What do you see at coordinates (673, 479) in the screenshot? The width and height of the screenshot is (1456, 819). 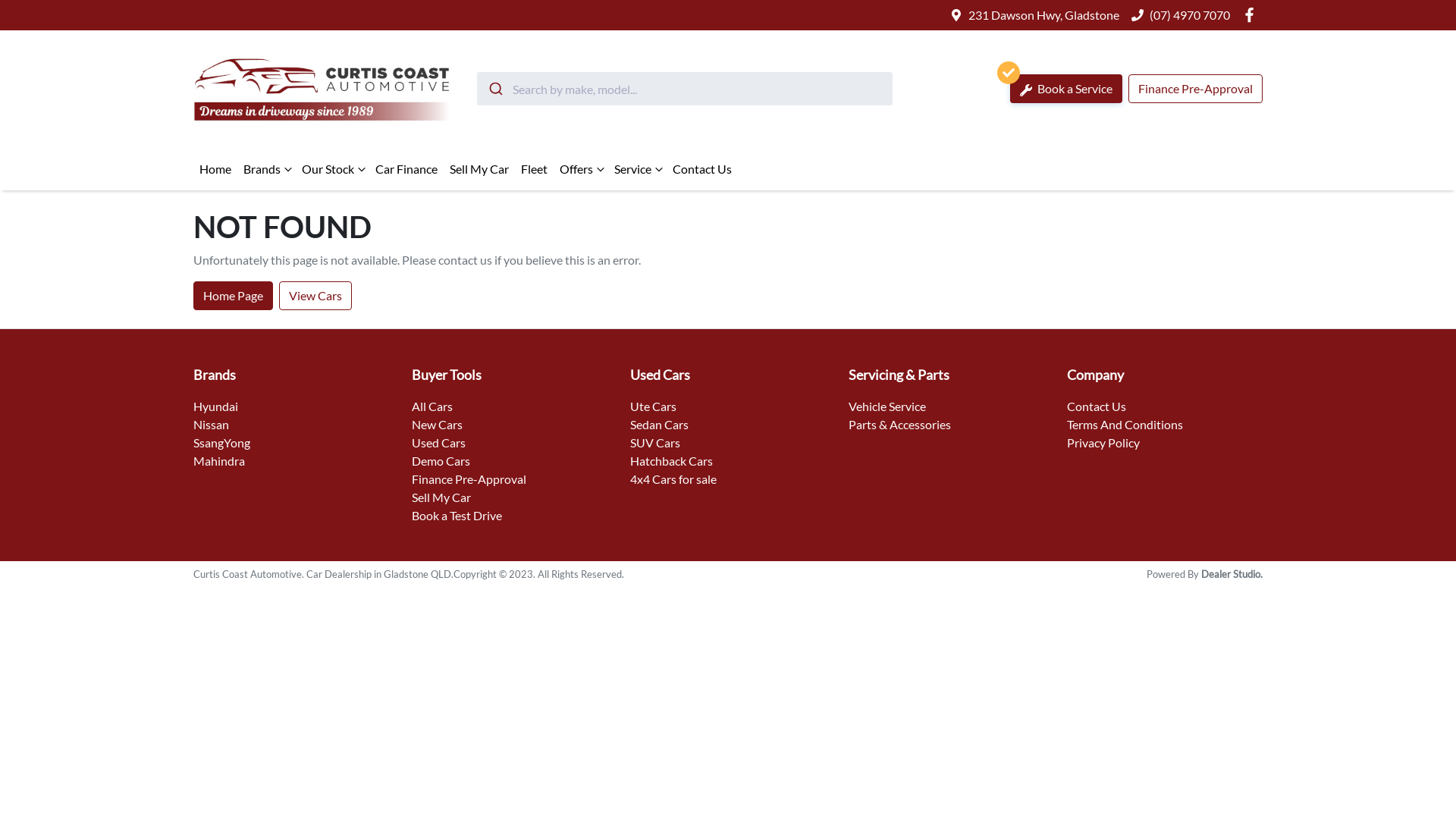 I see `'4x4 Cars for sale'` at bounding box center [673, 479].